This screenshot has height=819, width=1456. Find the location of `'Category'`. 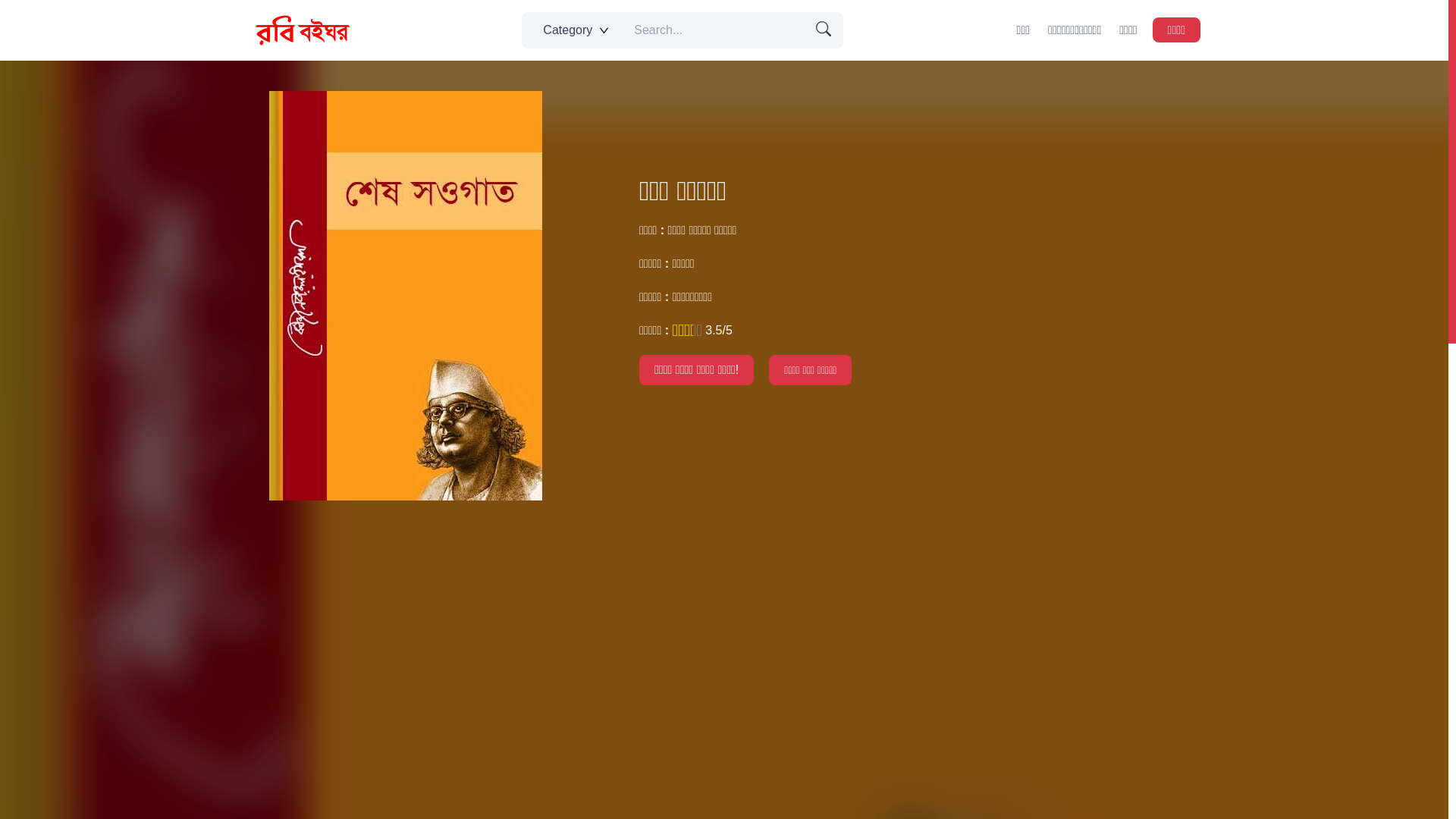

'Category' is located at coordinates (573, 30).